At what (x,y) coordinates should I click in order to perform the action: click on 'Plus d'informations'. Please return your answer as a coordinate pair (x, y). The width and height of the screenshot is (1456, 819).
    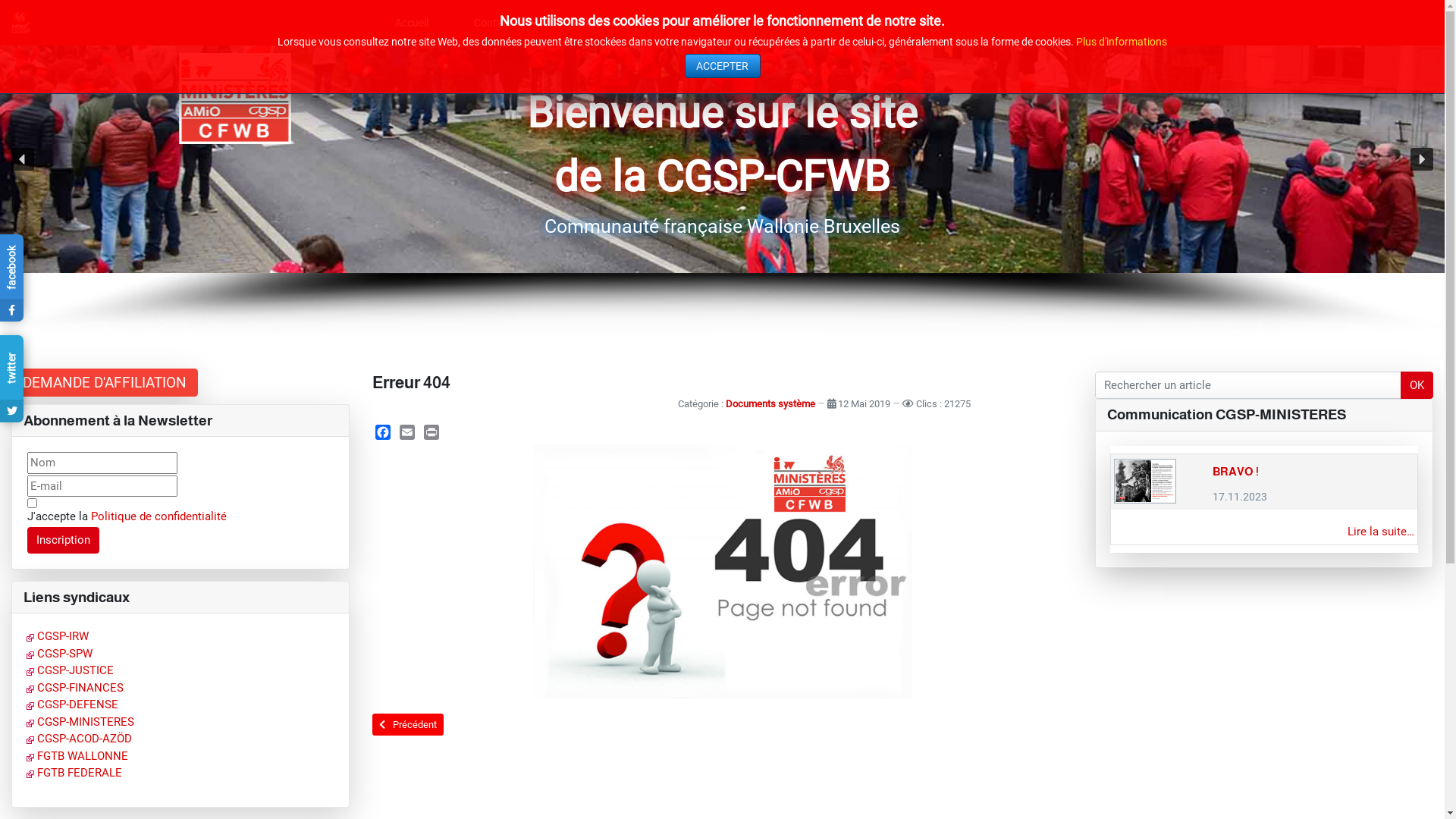
    Looking at the image, I should click on (1075, 40).